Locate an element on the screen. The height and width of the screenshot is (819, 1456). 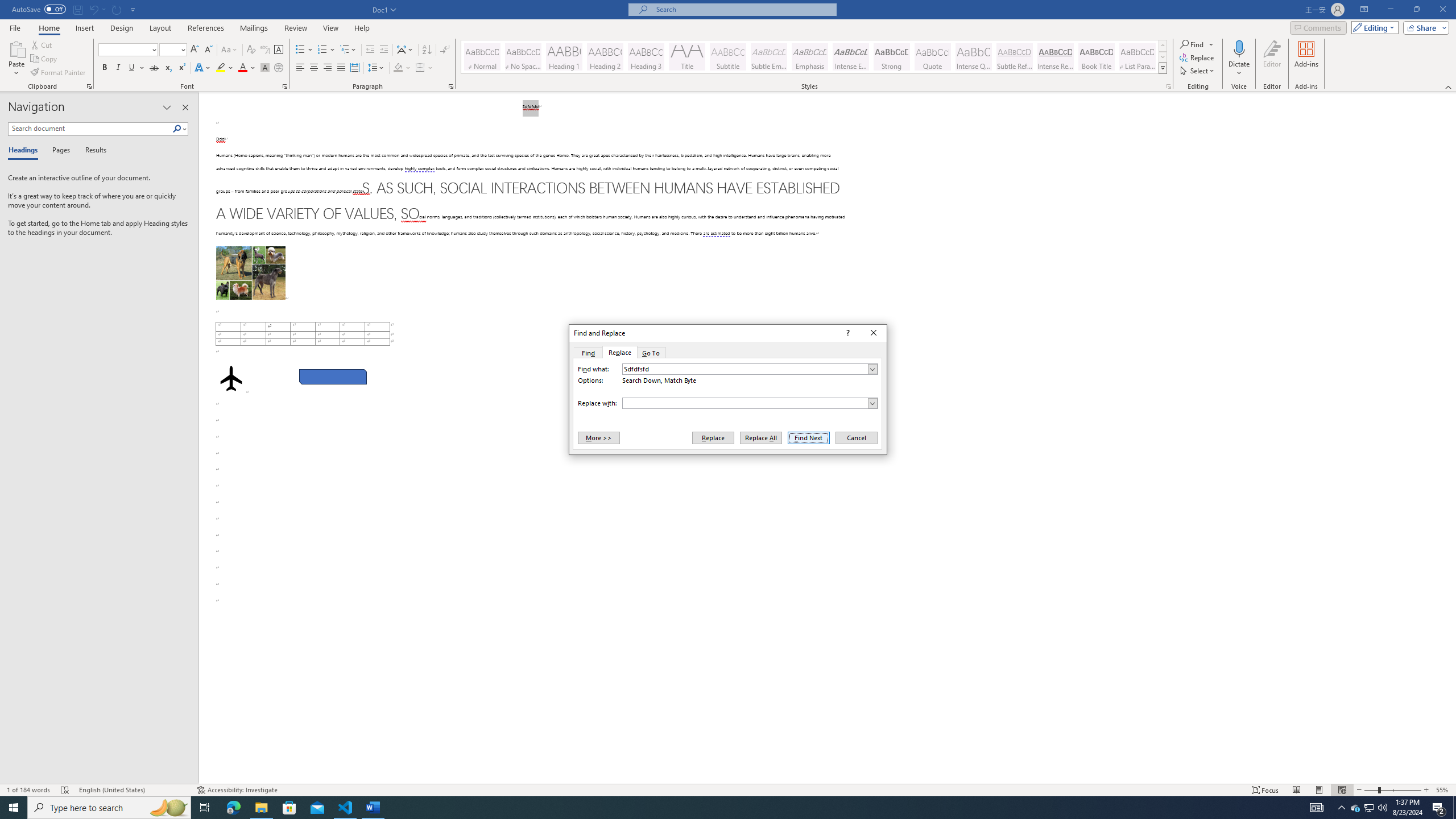
'Office Clipboard...' is located at coordinates (88, 85).